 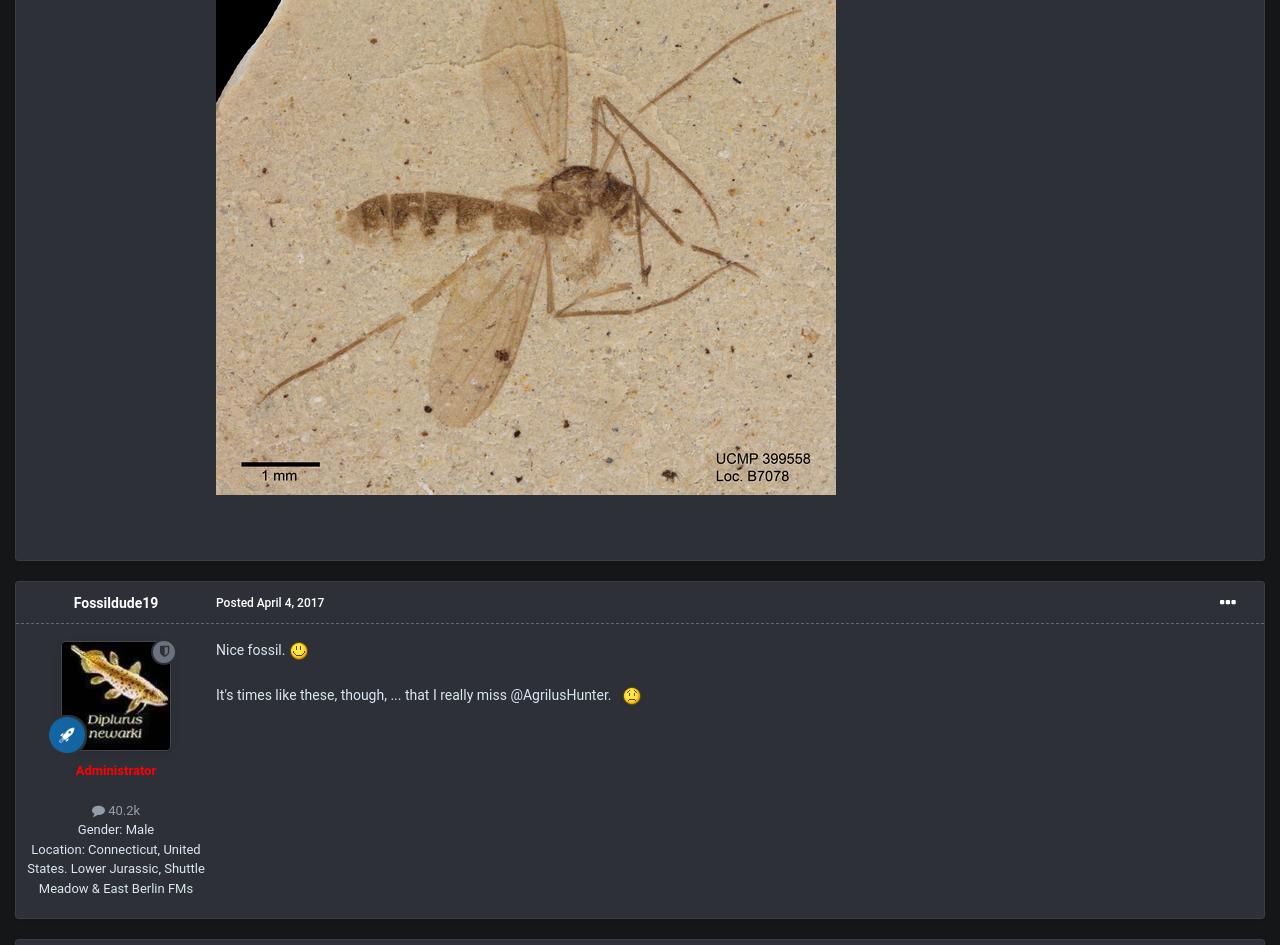 What do you see at coordinates (216, 603) in the screenshot?
I see `'Posted'` at bounding box center [216, 603].